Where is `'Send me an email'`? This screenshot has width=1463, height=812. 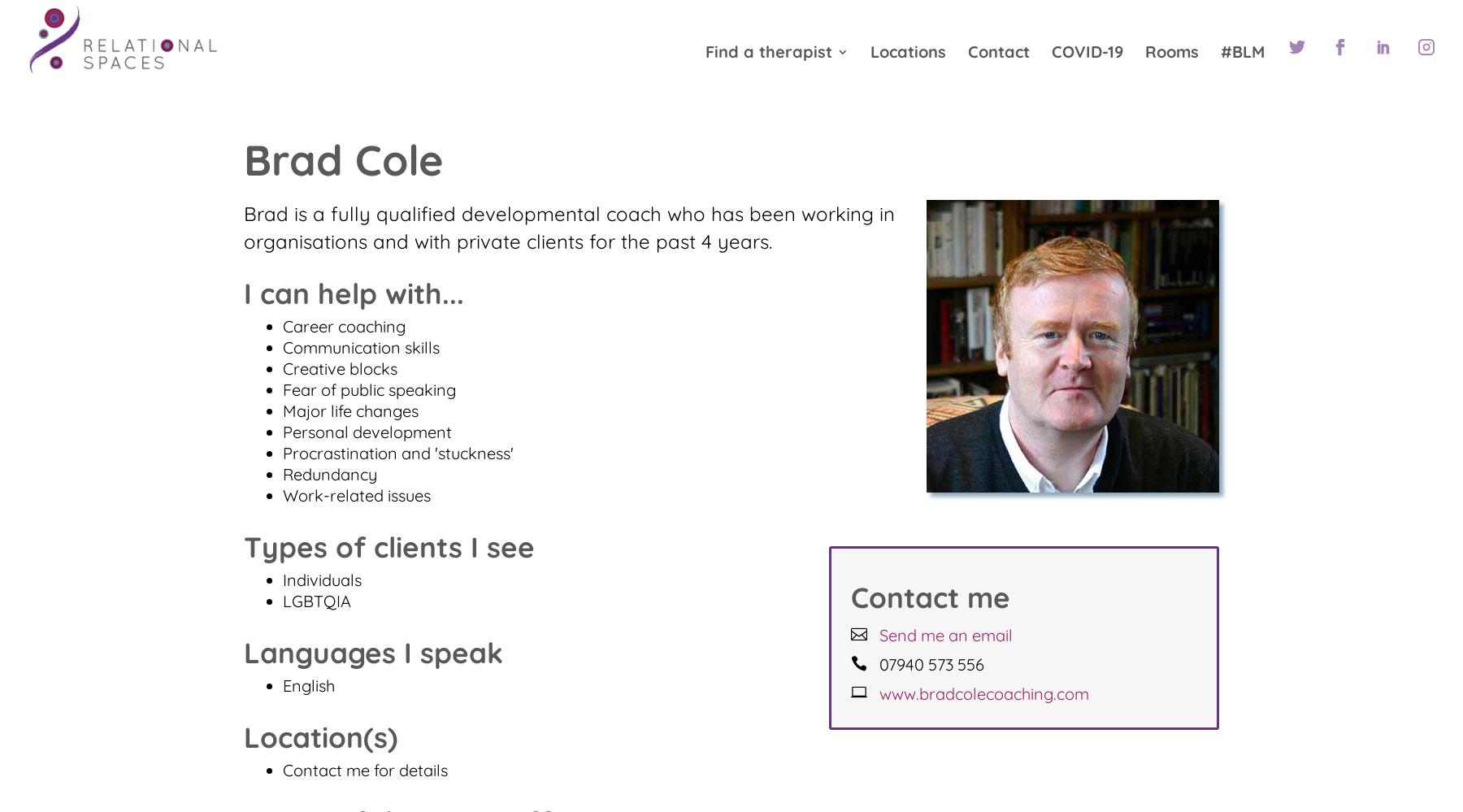
'Send me an email' is located at coordinates (945, 634).